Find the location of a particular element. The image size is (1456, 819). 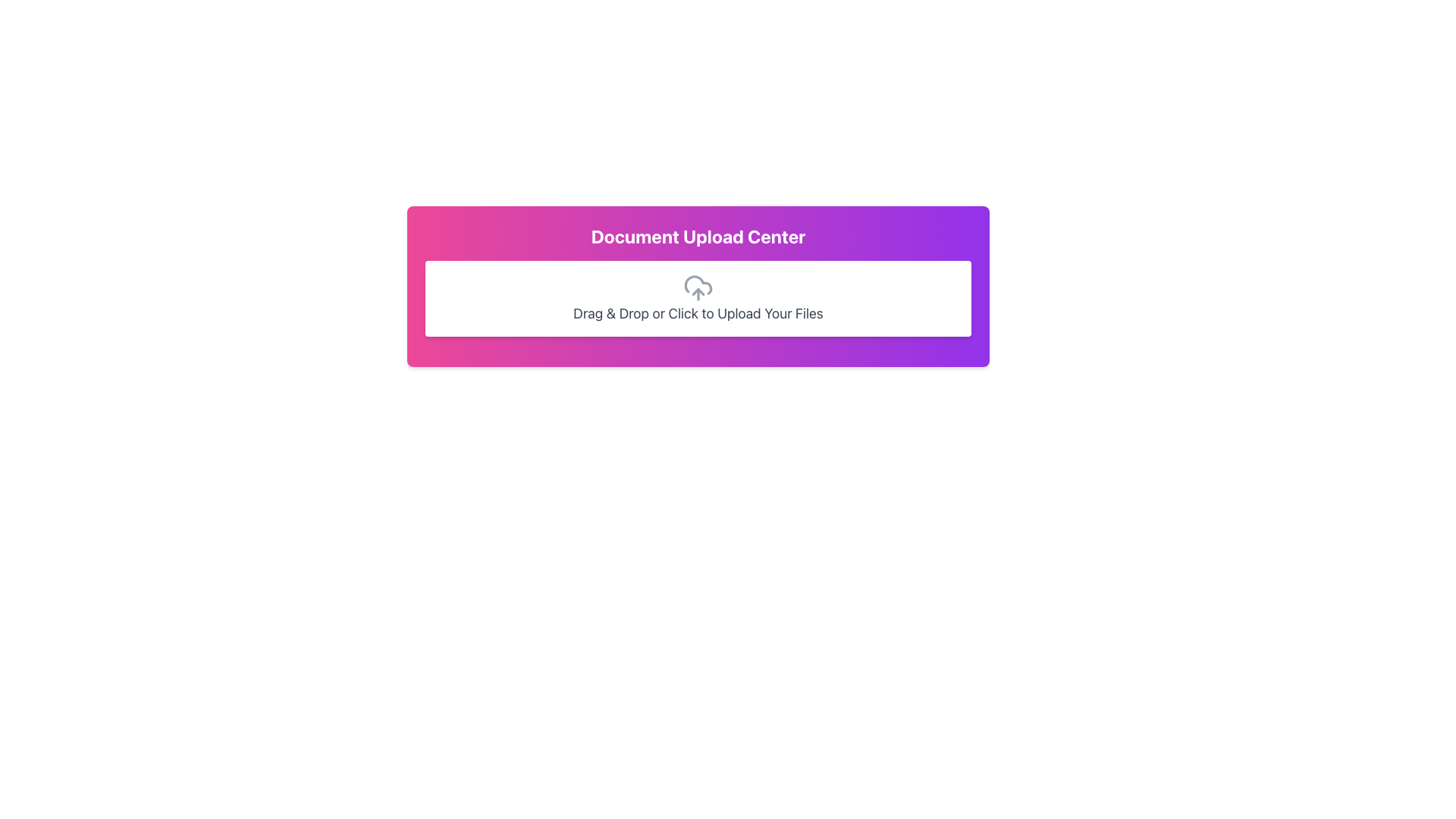

and drop files onto the File upload component located in the Document Upload Center is located at coordinates (698, 298).